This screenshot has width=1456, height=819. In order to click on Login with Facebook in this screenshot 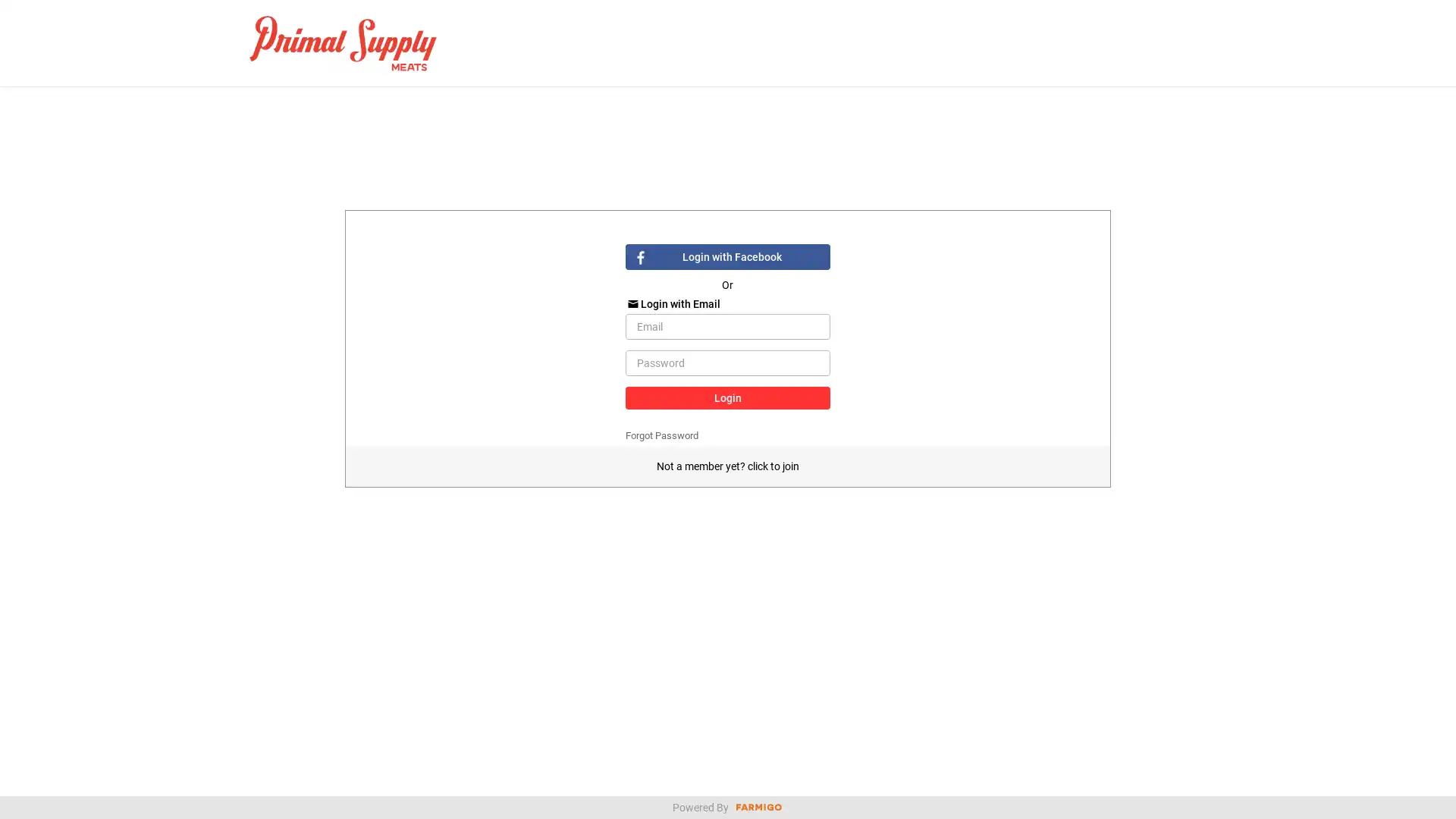, I will do `click(726, 256)`.